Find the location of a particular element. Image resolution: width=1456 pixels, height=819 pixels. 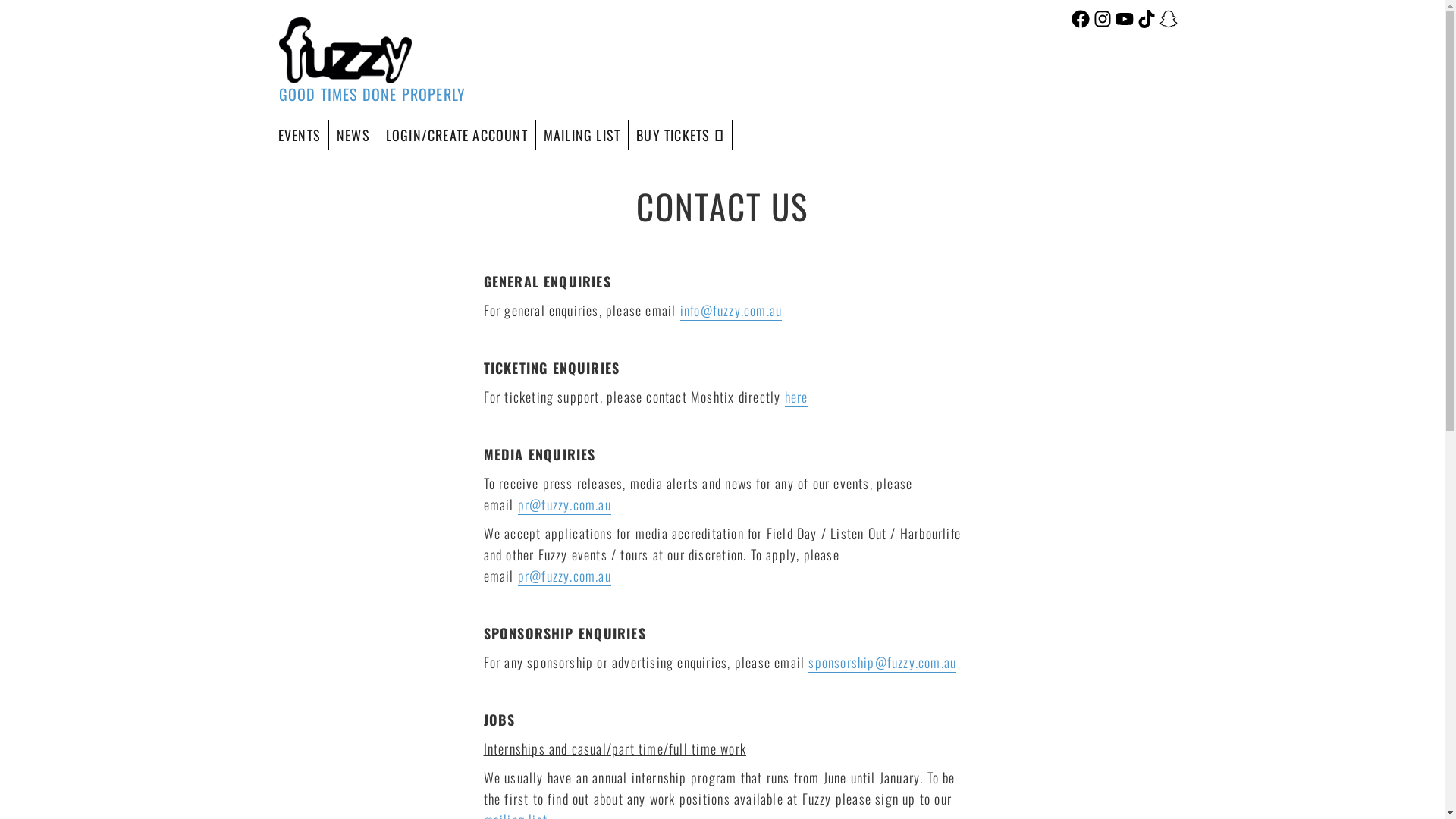

'NEWS' is located at coordinates (328, 133).